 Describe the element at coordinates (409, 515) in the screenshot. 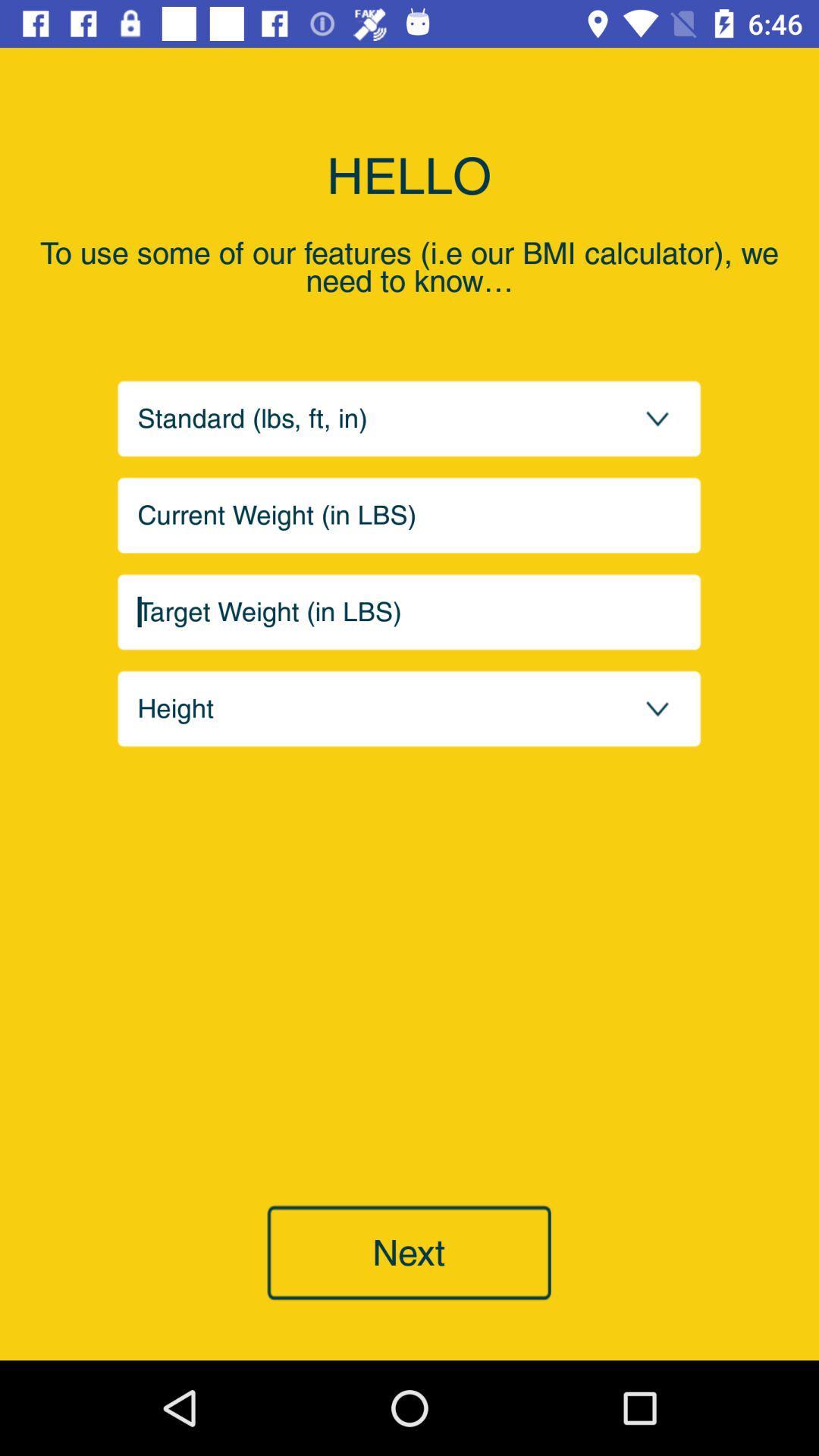

I see `current weight` at that location.